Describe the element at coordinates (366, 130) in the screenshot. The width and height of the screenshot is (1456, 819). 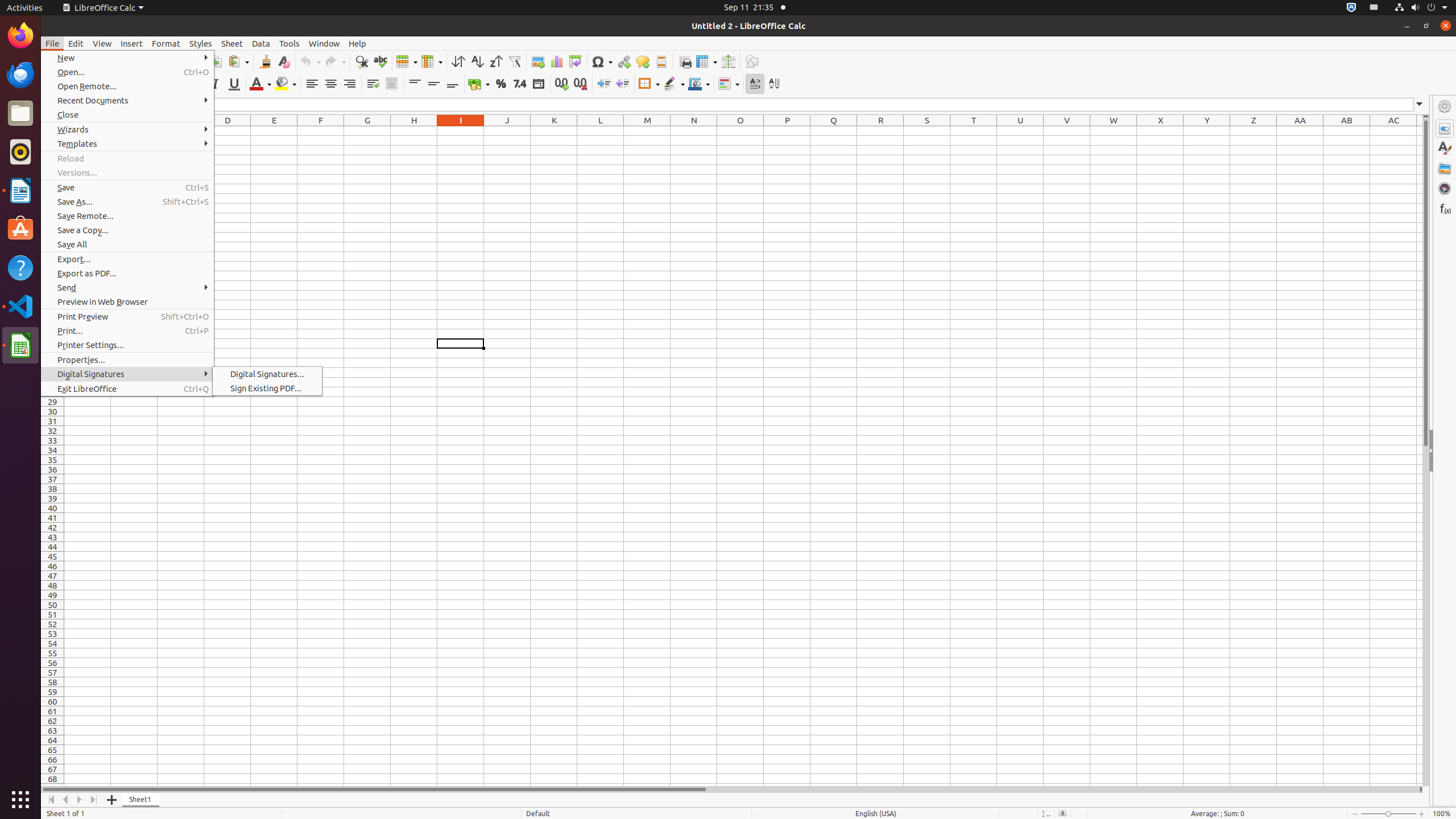
I see `'G1'` at that location.